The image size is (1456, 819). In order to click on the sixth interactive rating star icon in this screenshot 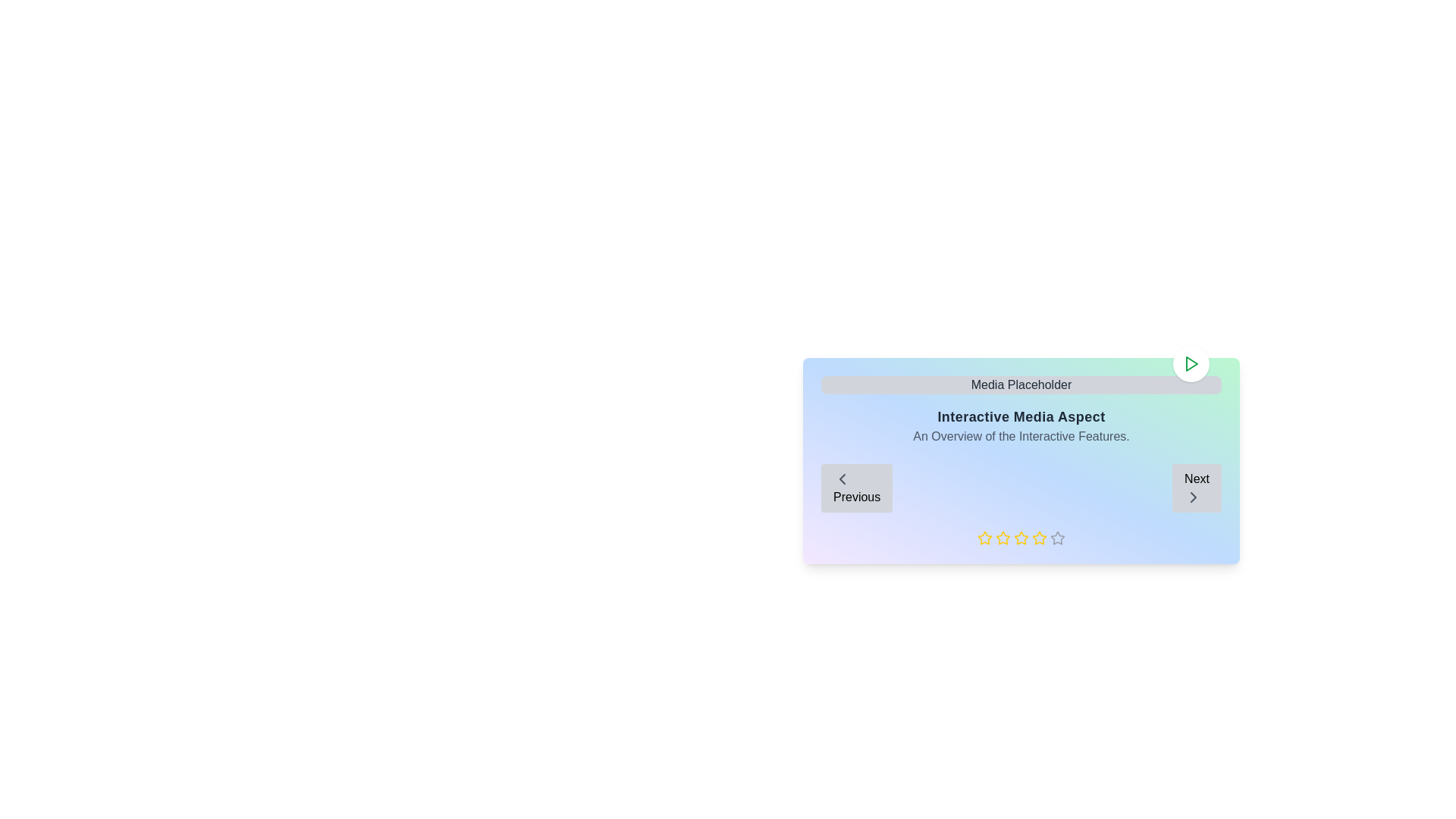, I will do `click(1039, 537)`.